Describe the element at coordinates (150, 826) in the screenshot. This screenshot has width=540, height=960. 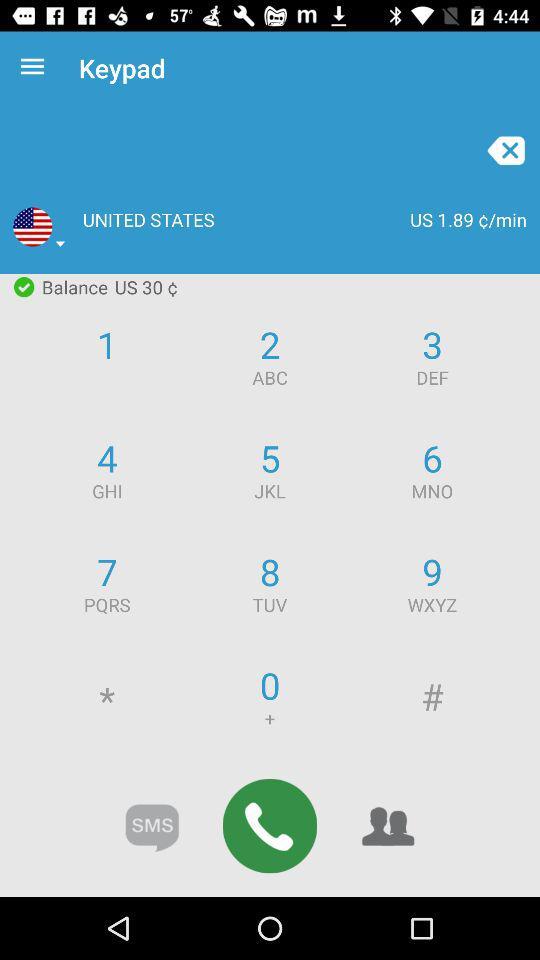
I see `the chat icon` at that location.